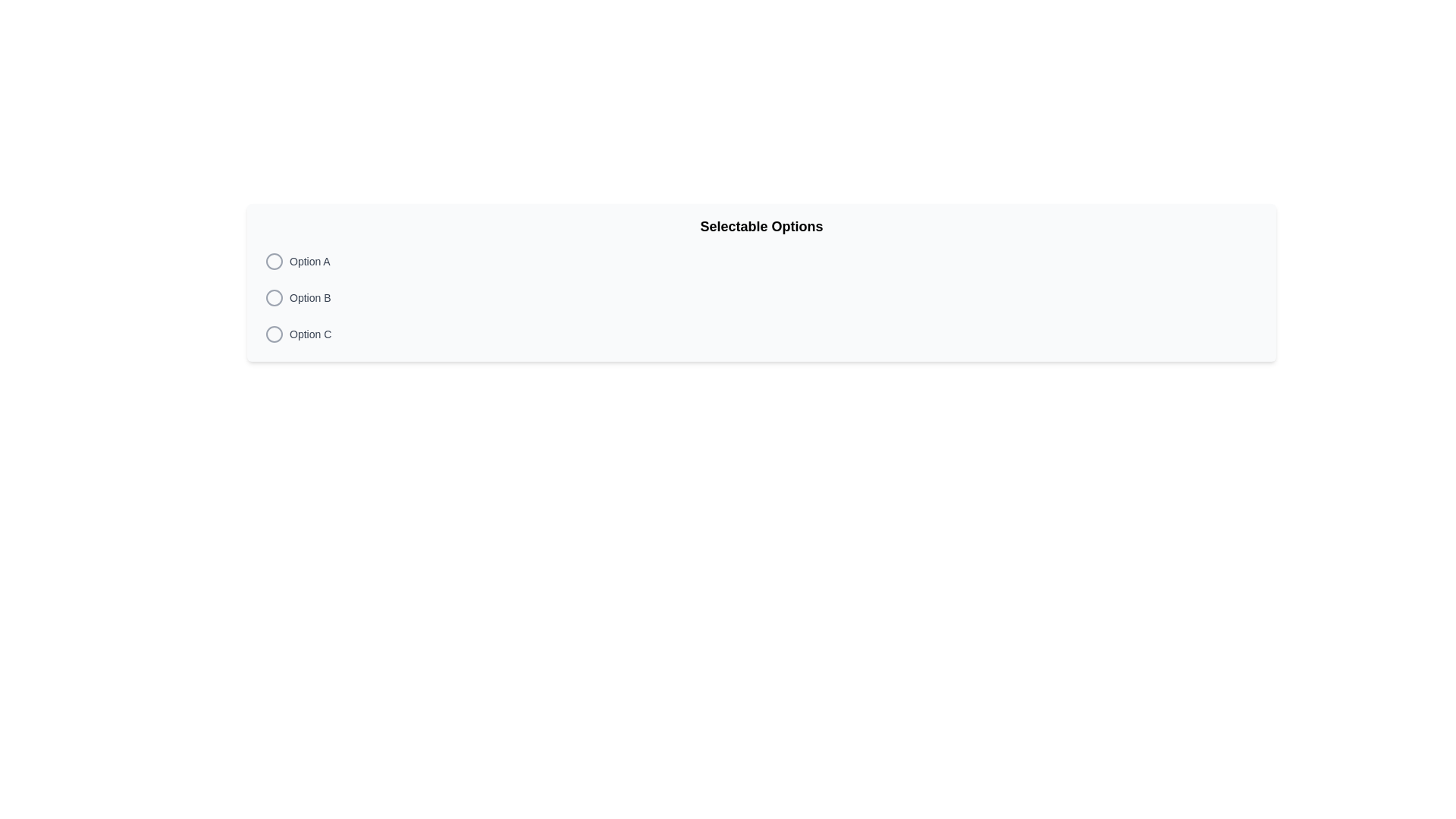  I want to click on the circular radio button with a gray border located to the left of the label 'Option B', so click(274, 298).